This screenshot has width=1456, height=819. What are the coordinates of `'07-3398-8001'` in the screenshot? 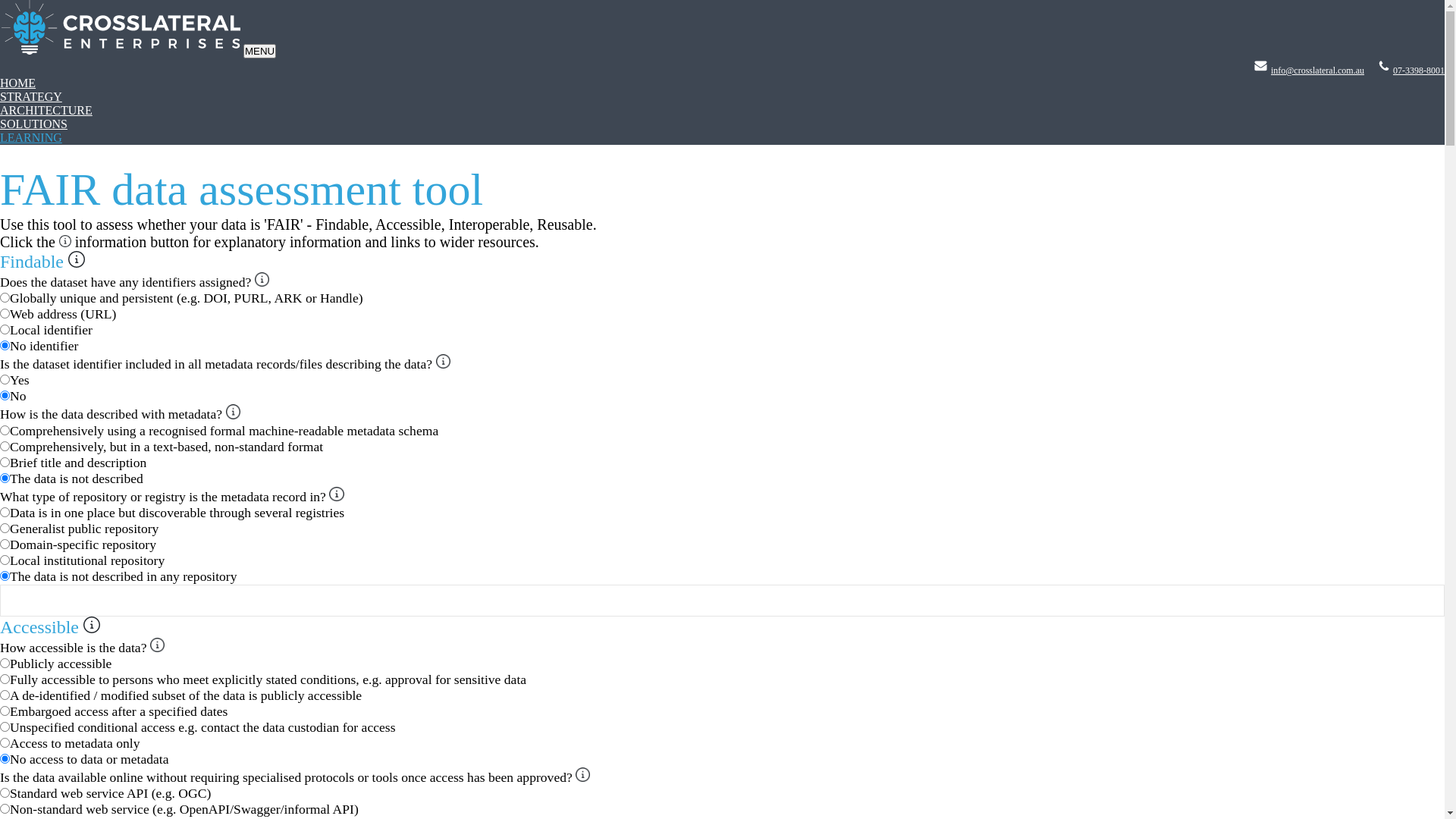 It's located at (1418, 70).